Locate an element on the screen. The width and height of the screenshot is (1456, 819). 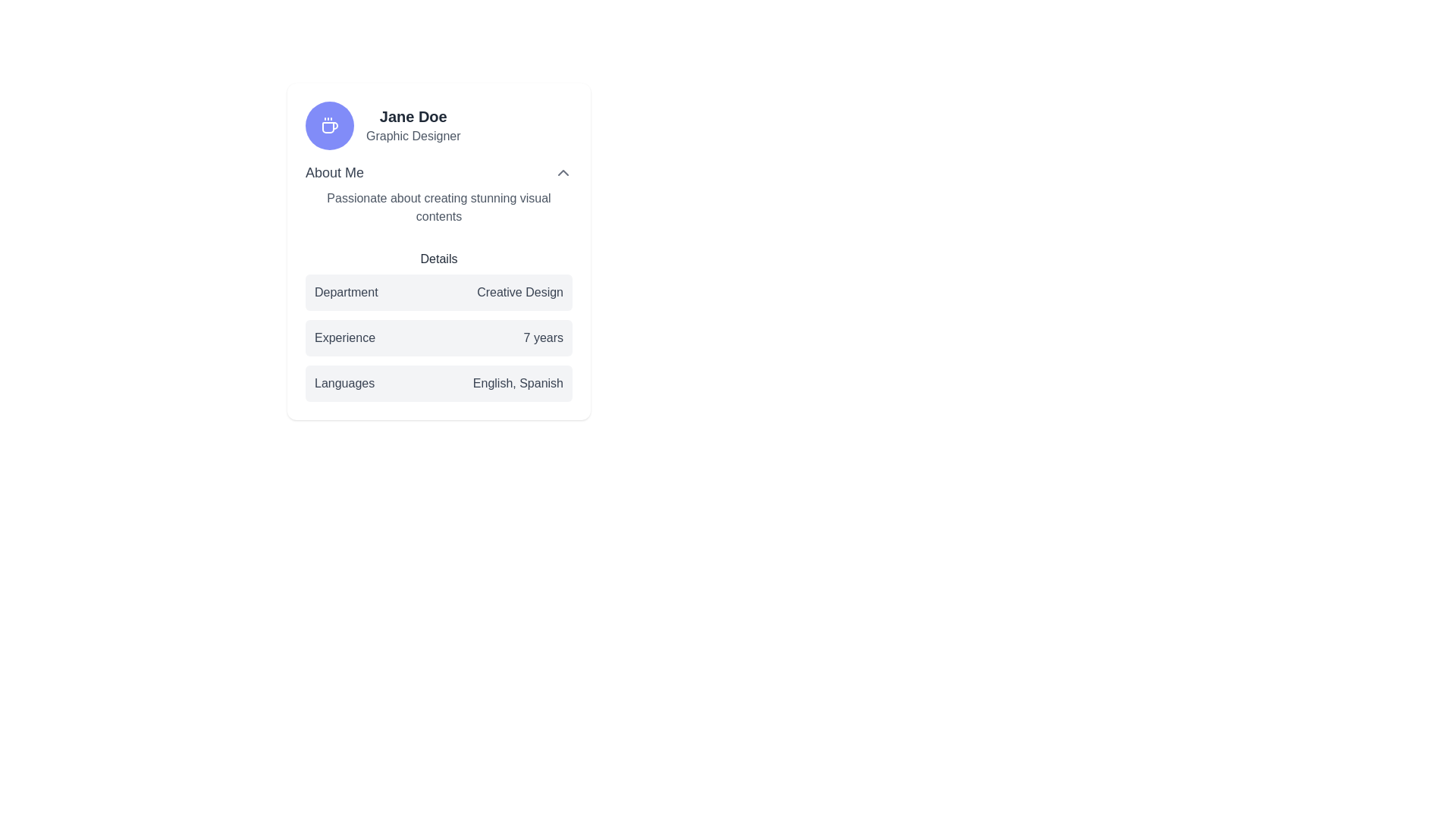
the circular graphic avatar featuring a blue background and a white coffee cup icon, located at the top left of the card layout is located at coordinates (329, 124).